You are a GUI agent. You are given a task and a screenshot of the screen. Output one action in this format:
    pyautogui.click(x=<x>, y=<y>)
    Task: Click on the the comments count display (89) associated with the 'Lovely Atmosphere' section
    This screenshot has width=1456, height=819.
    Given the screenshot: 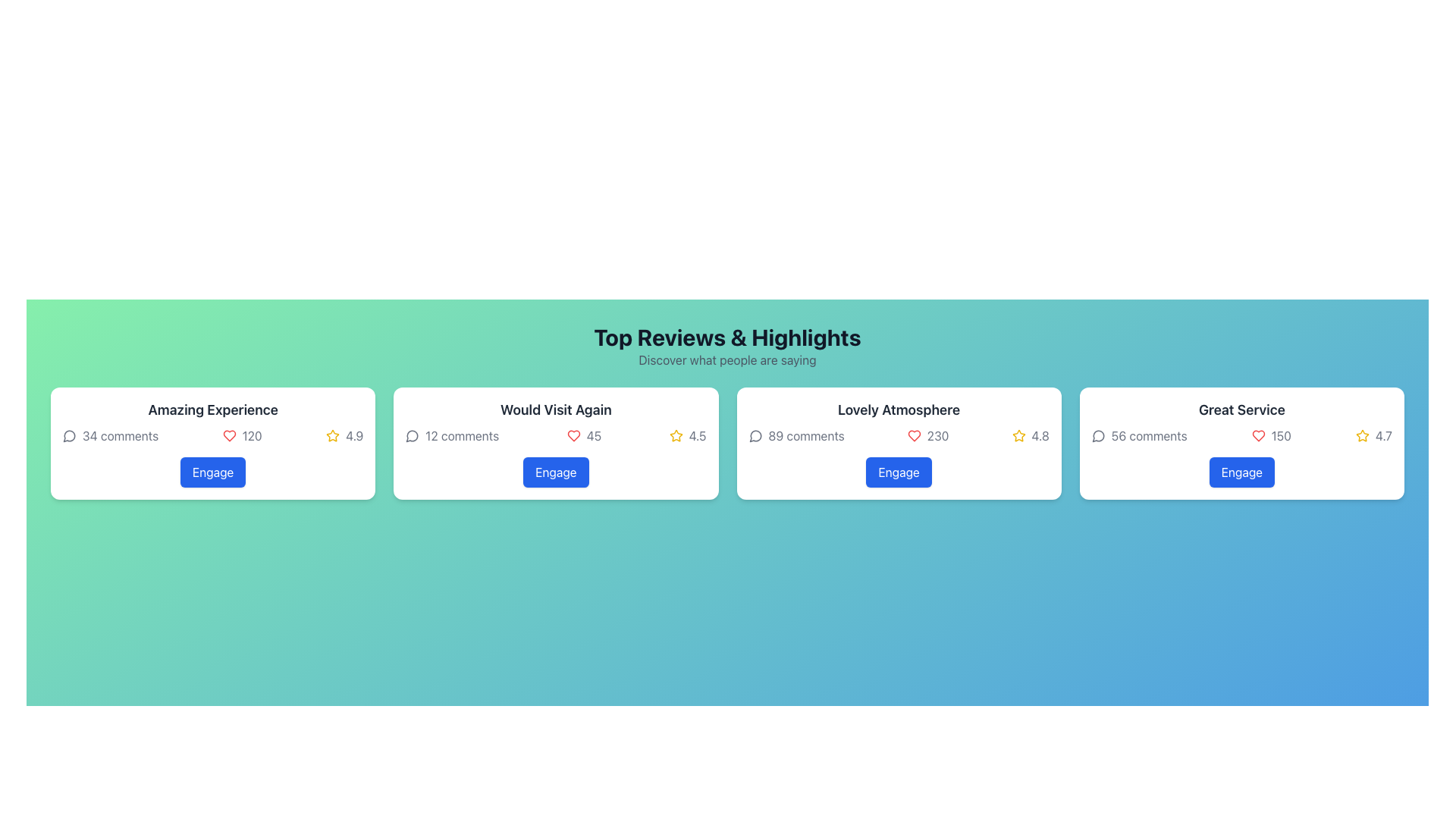 What is the action you would take?
    pyautogui.click(x=795, y=435)
    